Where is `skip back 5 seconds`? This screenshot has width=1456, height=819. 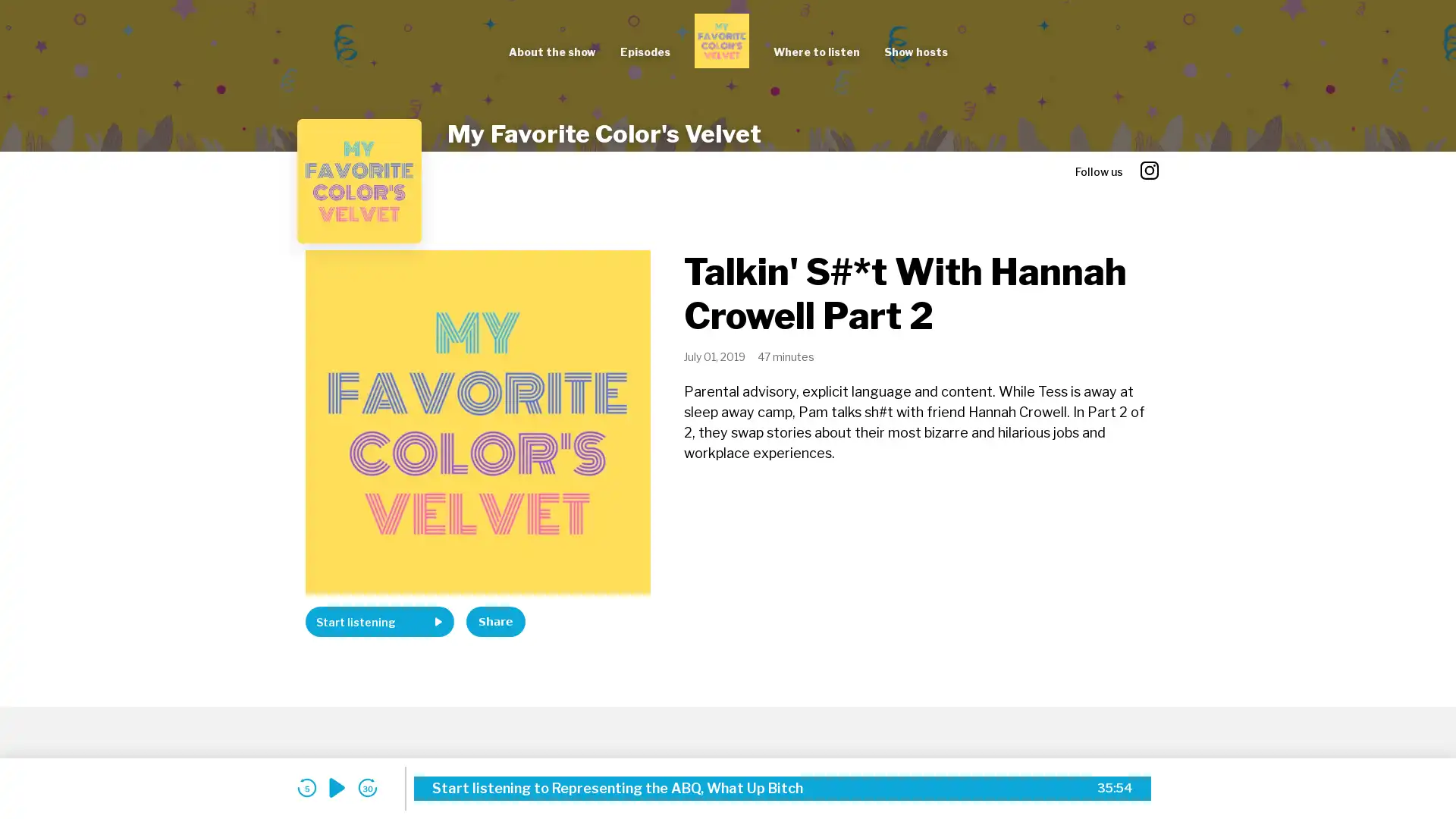
skip back 5 seconds is located at coordinates (306, 787).